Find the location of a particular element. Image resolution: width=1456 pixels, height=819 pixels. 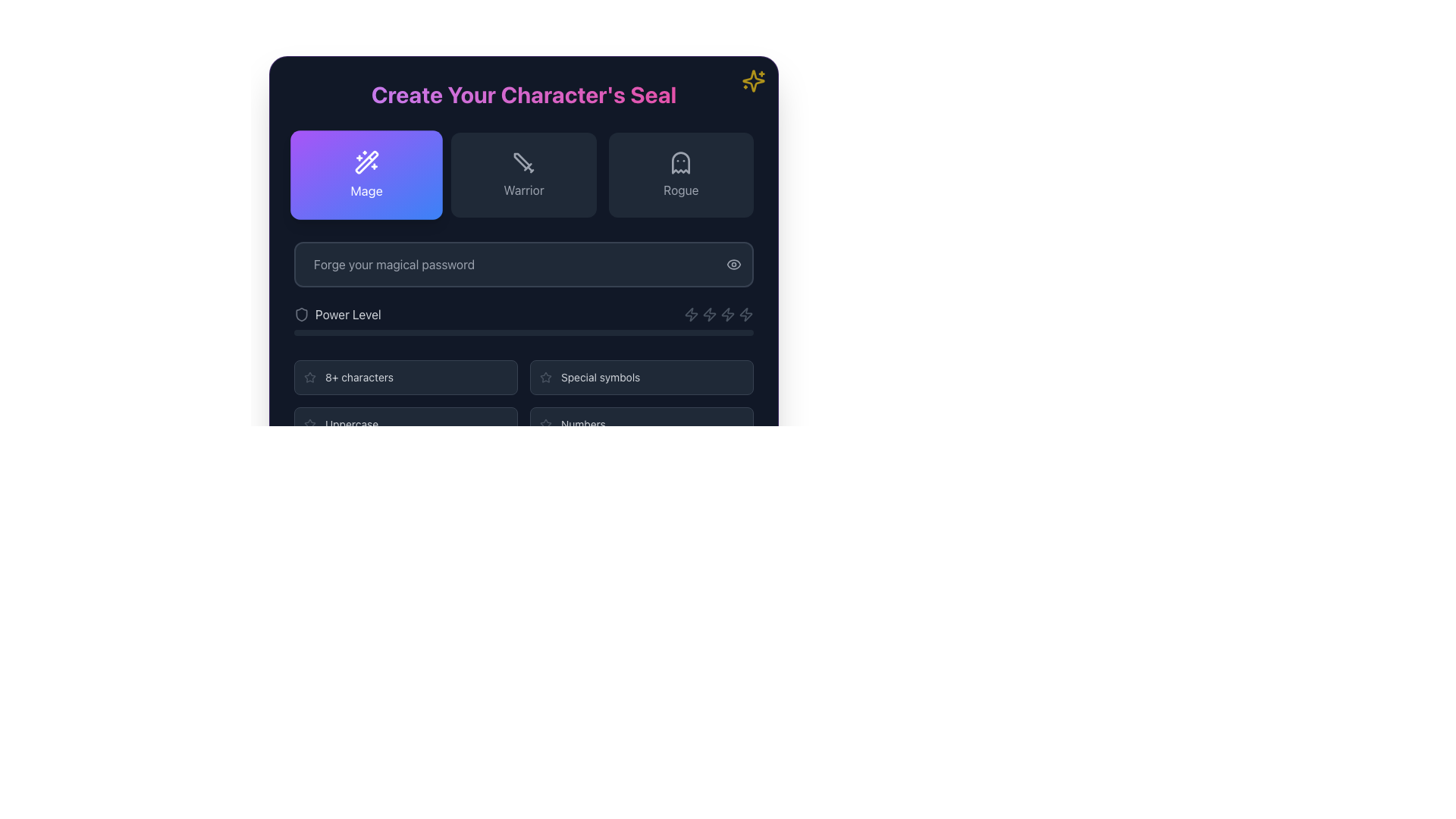

the static informational text displaying '8+ characters', which is styled in light gray and positioned to the right of a star icon is located at coordinates (359, 376).